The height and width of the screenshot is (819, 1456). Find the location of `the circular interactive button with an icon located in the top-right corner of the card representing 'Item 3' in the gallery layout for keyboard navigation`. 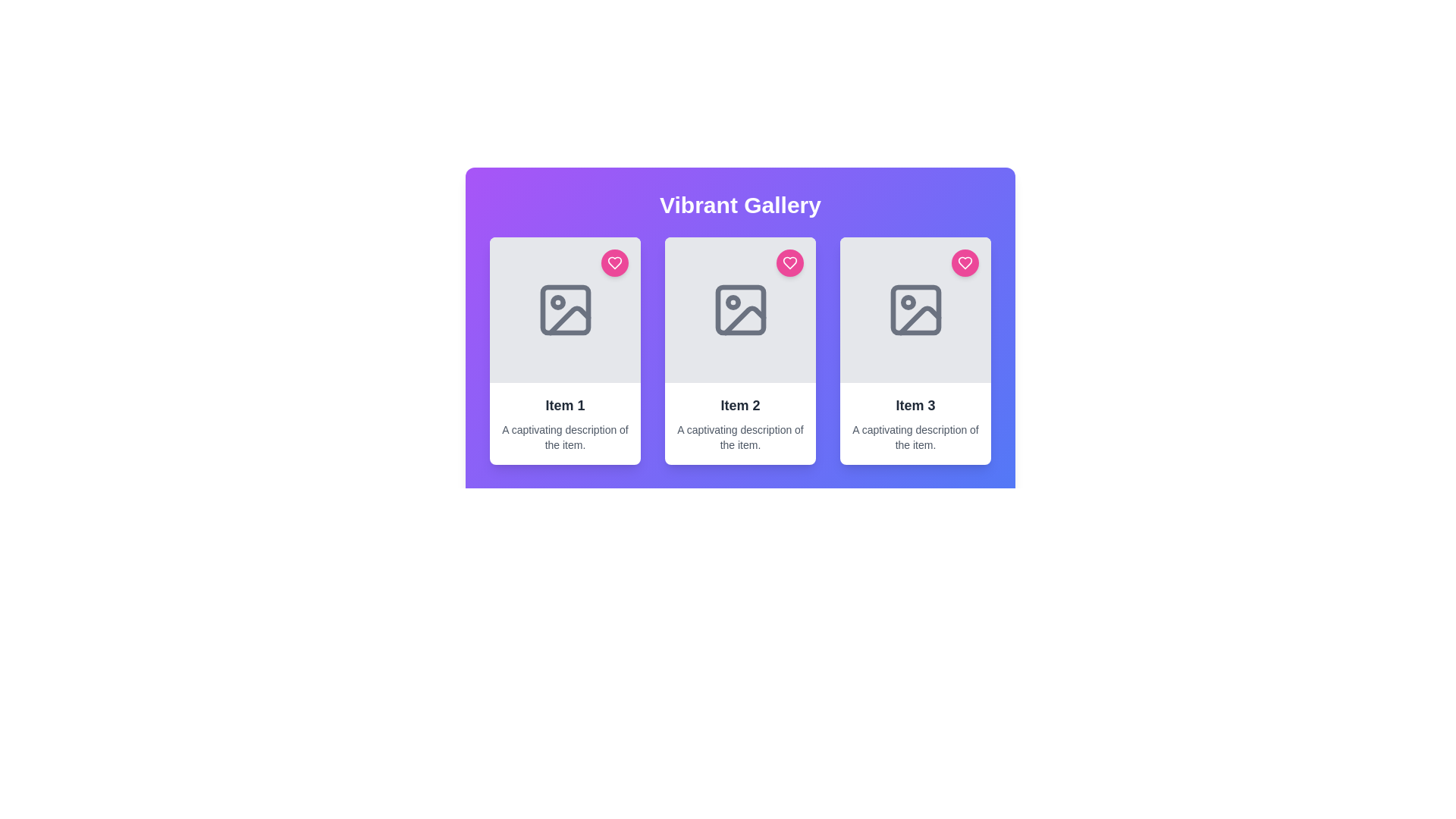

the circular interactive button with an icon located in the top-right corner of the card representing 'Item 3' in the gallery layout for keyboard navigation is located at coordinates (964, 262).